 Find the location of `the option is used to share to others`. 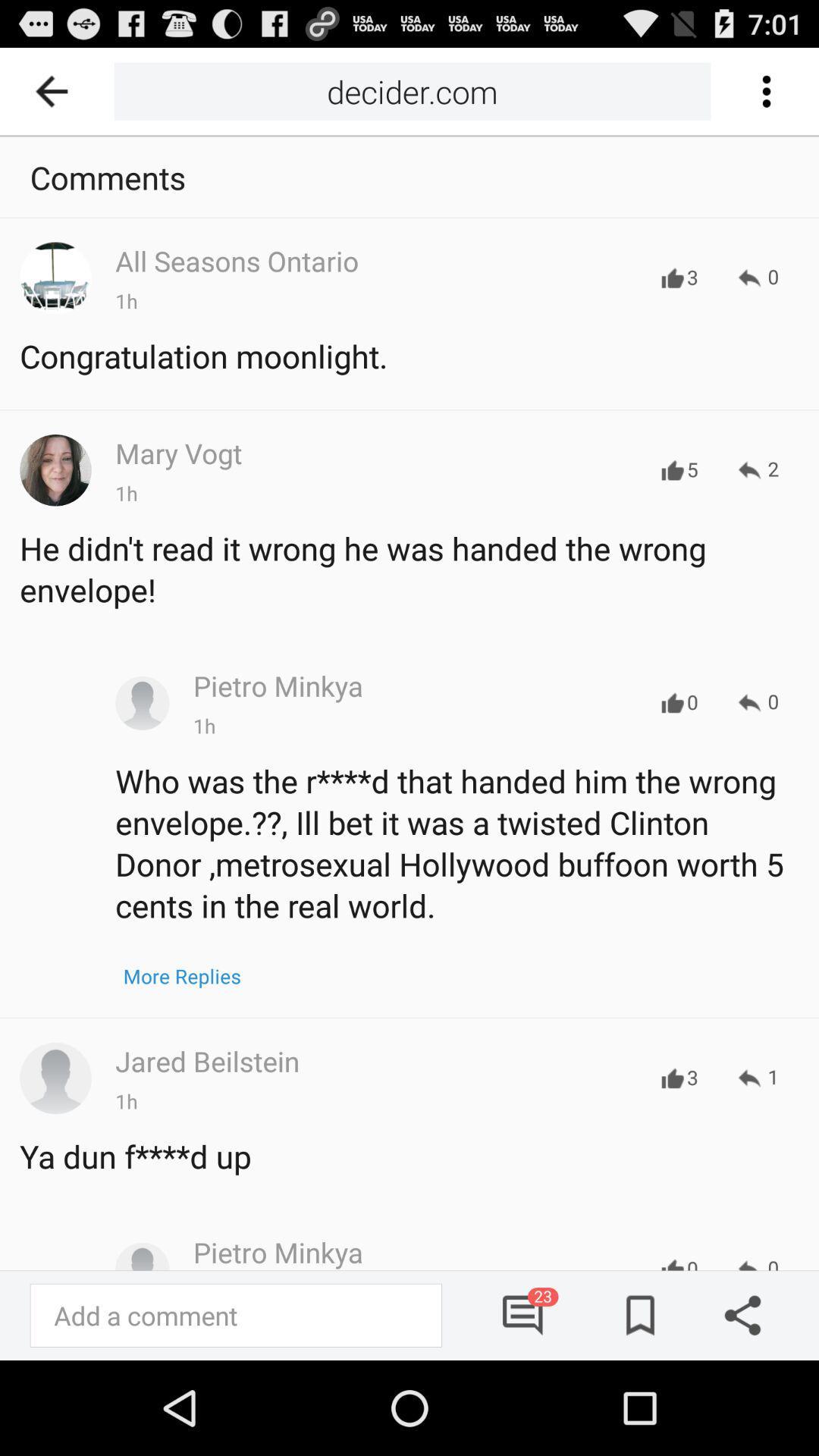

the option is used to share to others is located at coordinates (736, 1314).